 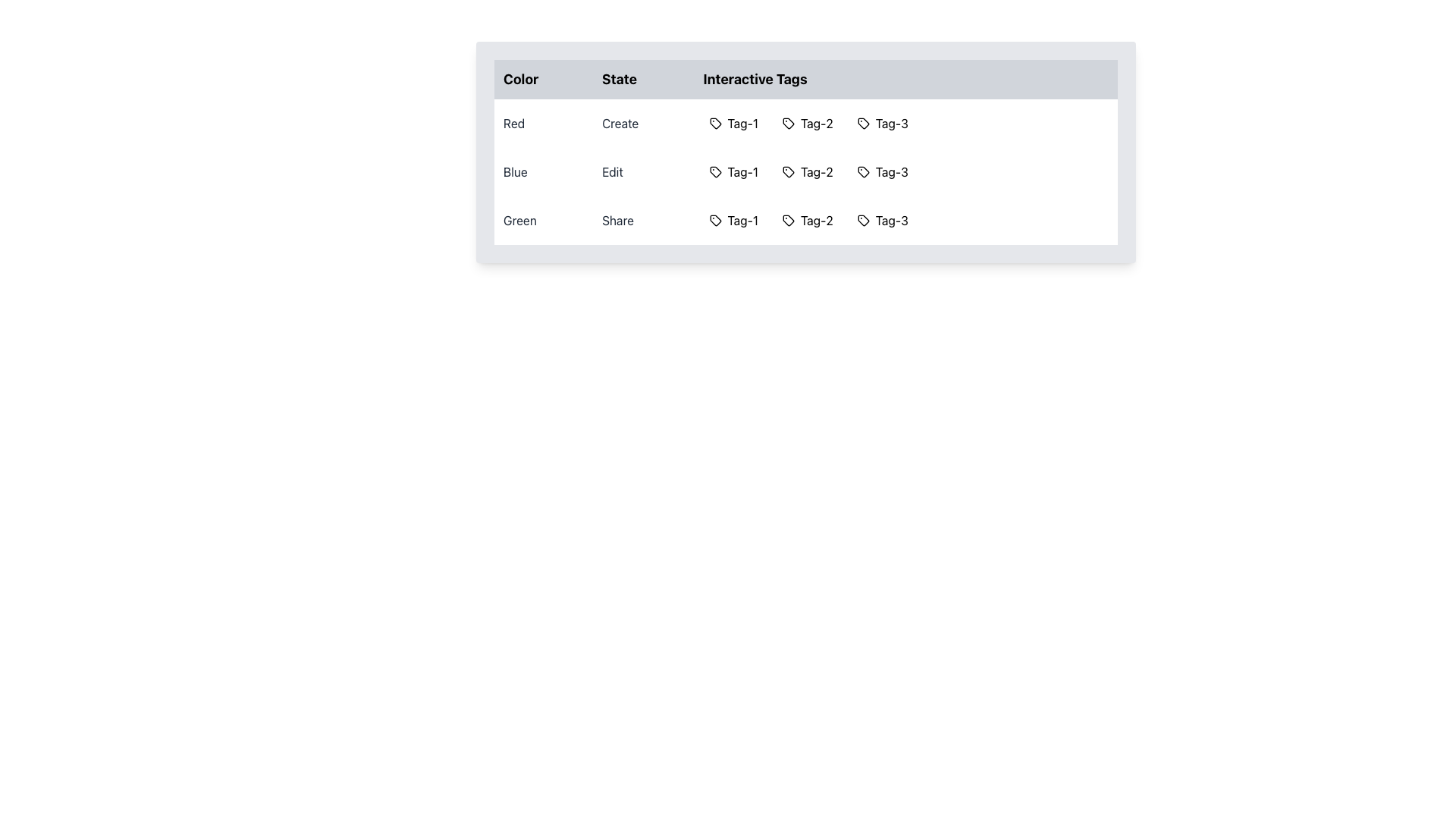 I want to click on the tag labeled 'Tag-3' which has a rounded blue background and is the third tag in the horizontal list of tags in the 'Edit' row, so click(x=883, y=171).